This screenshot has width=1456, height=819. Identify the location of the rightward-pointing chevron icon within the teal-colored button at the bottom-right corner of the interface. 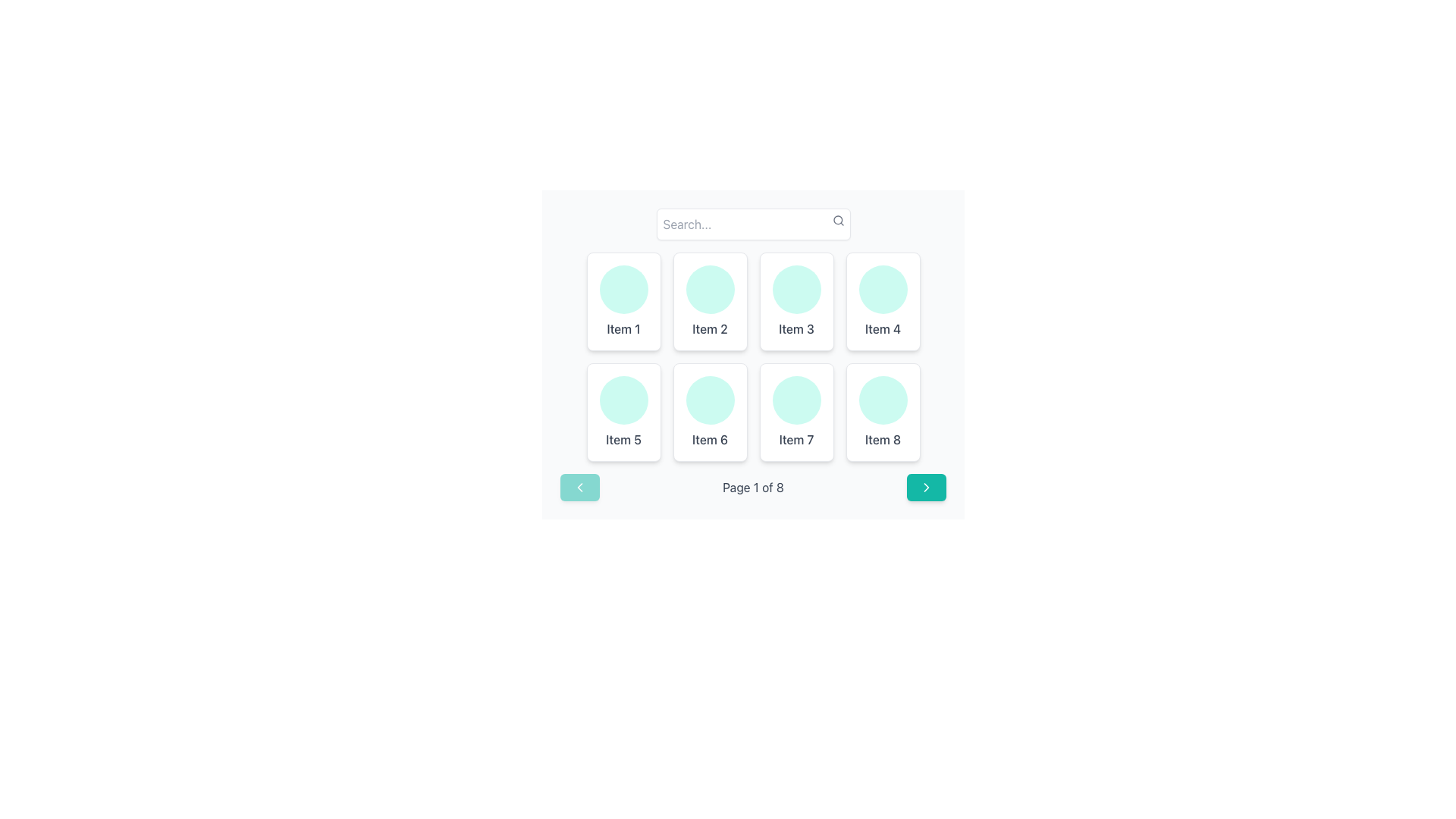
(926, 488).